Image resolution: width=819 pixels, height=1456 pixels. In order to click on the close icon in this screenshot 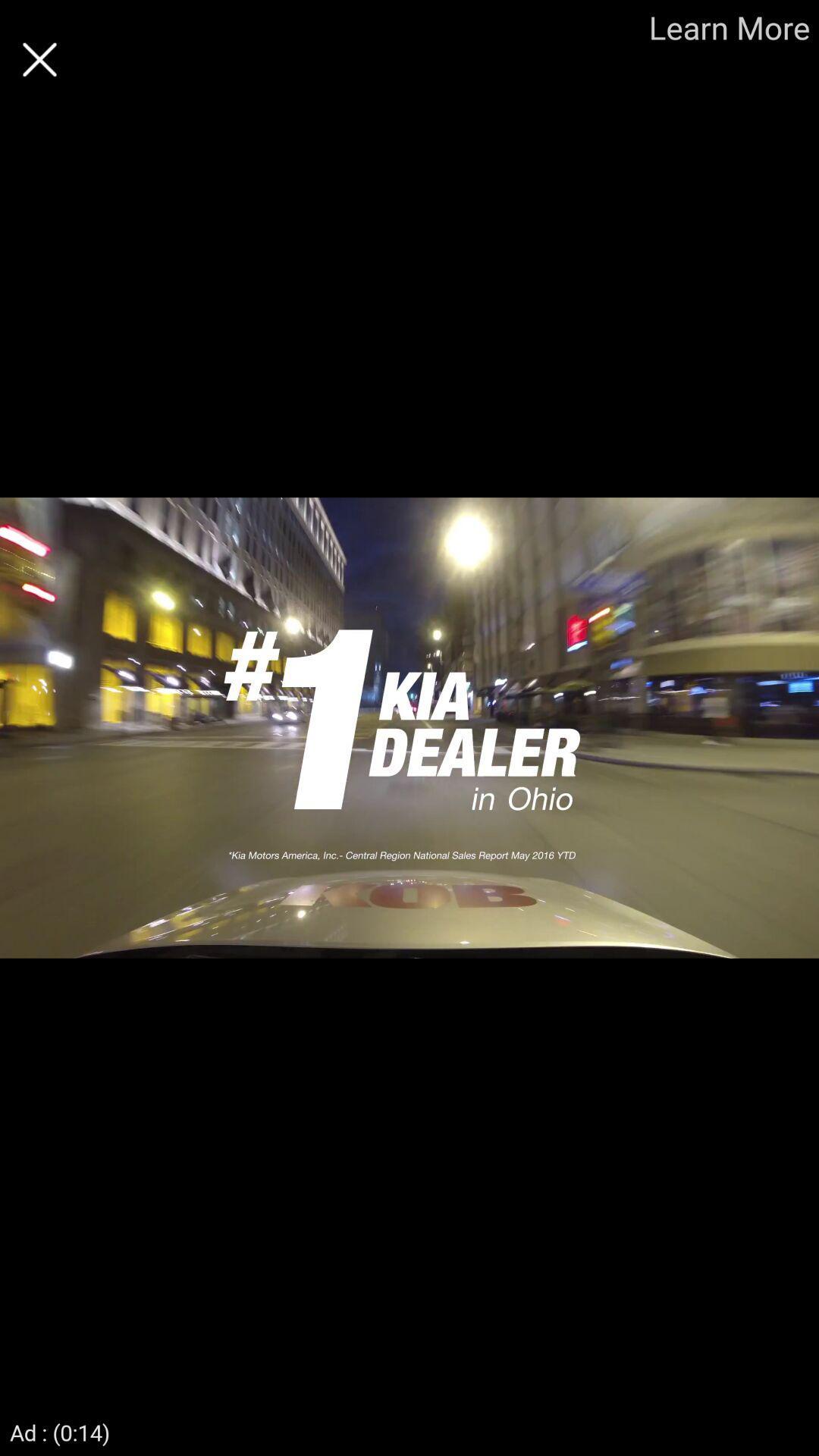, I will do `click(39, 59)`.